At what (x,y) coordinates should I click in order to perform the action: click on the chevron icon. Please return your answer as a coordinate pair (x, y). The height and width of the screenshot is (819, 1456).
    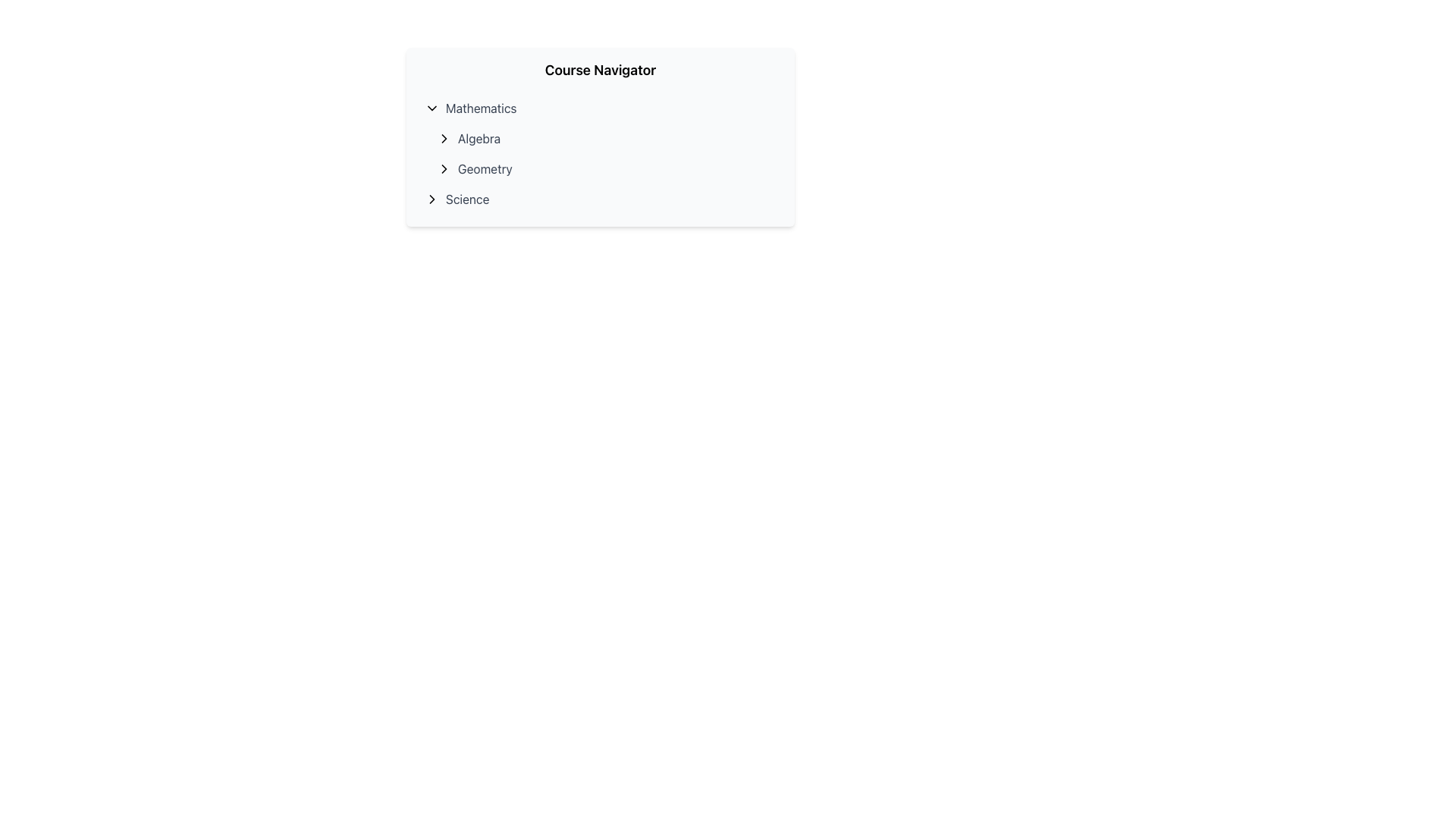
    Looking at the image, I should click on (431, 198).